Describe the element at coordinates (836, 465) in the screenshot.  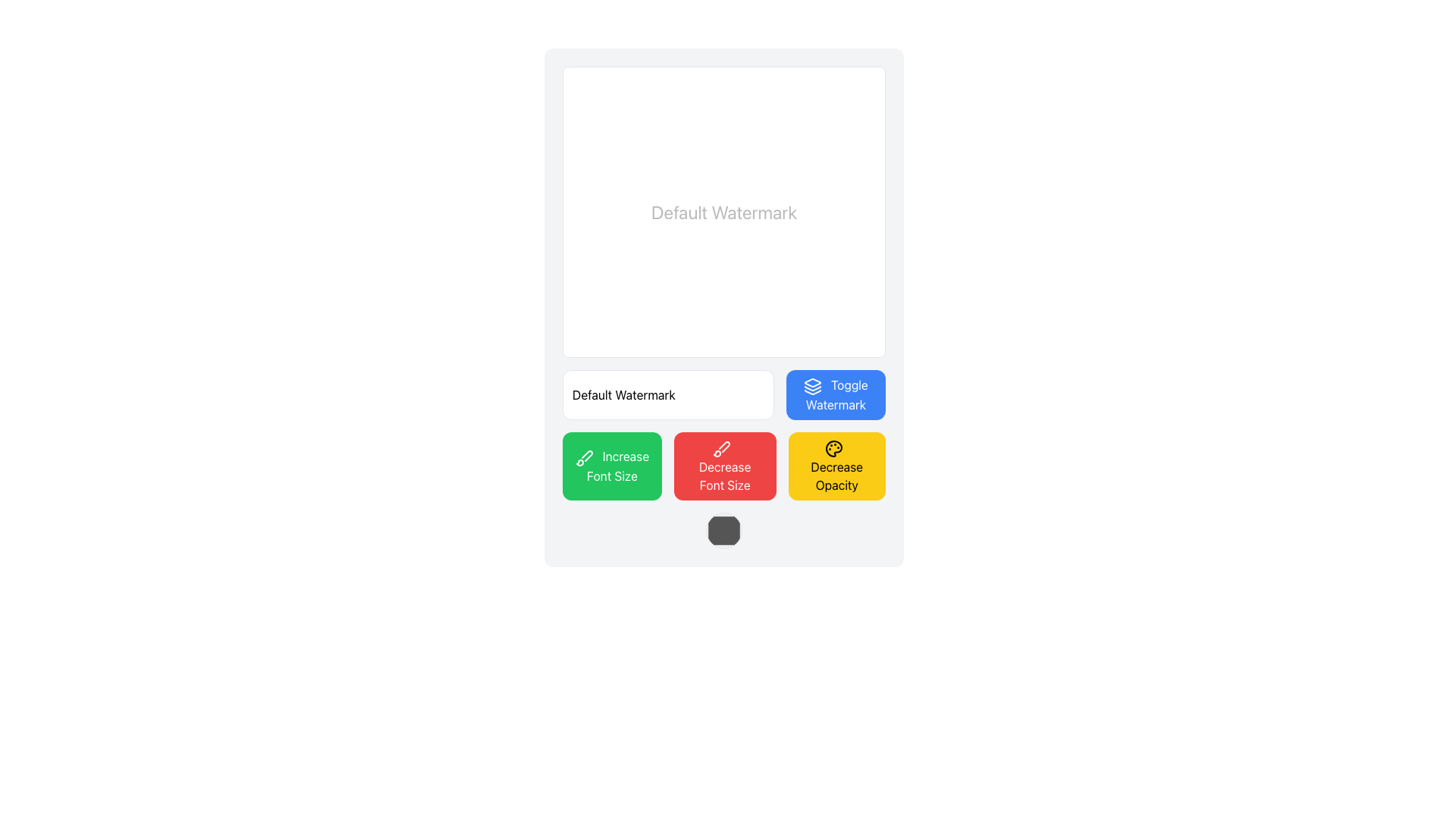
I see `the third button in the group of three, which has a yellow background, rounded corners, and features a palette icon above the text 'Decrease Opacity'` at that location.